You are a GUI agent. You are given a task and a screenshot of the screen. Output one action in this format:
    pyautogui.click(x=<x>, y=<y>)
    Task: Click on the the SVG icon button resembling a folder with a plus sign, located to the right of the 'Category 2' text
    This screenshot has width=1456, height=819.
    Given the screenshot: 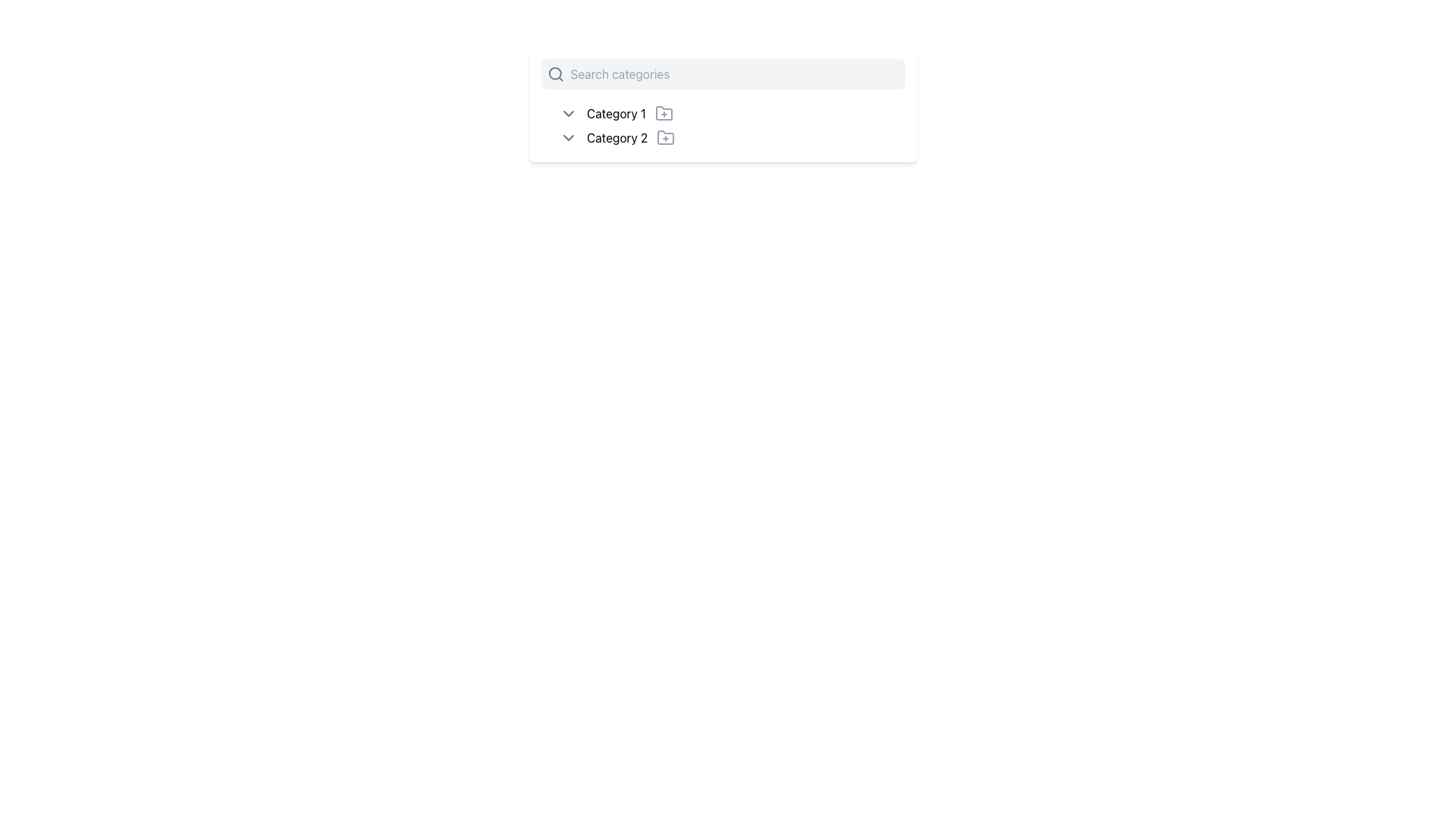 What is the action you would take?
    pyautogui.click(x=666, y=137)
    